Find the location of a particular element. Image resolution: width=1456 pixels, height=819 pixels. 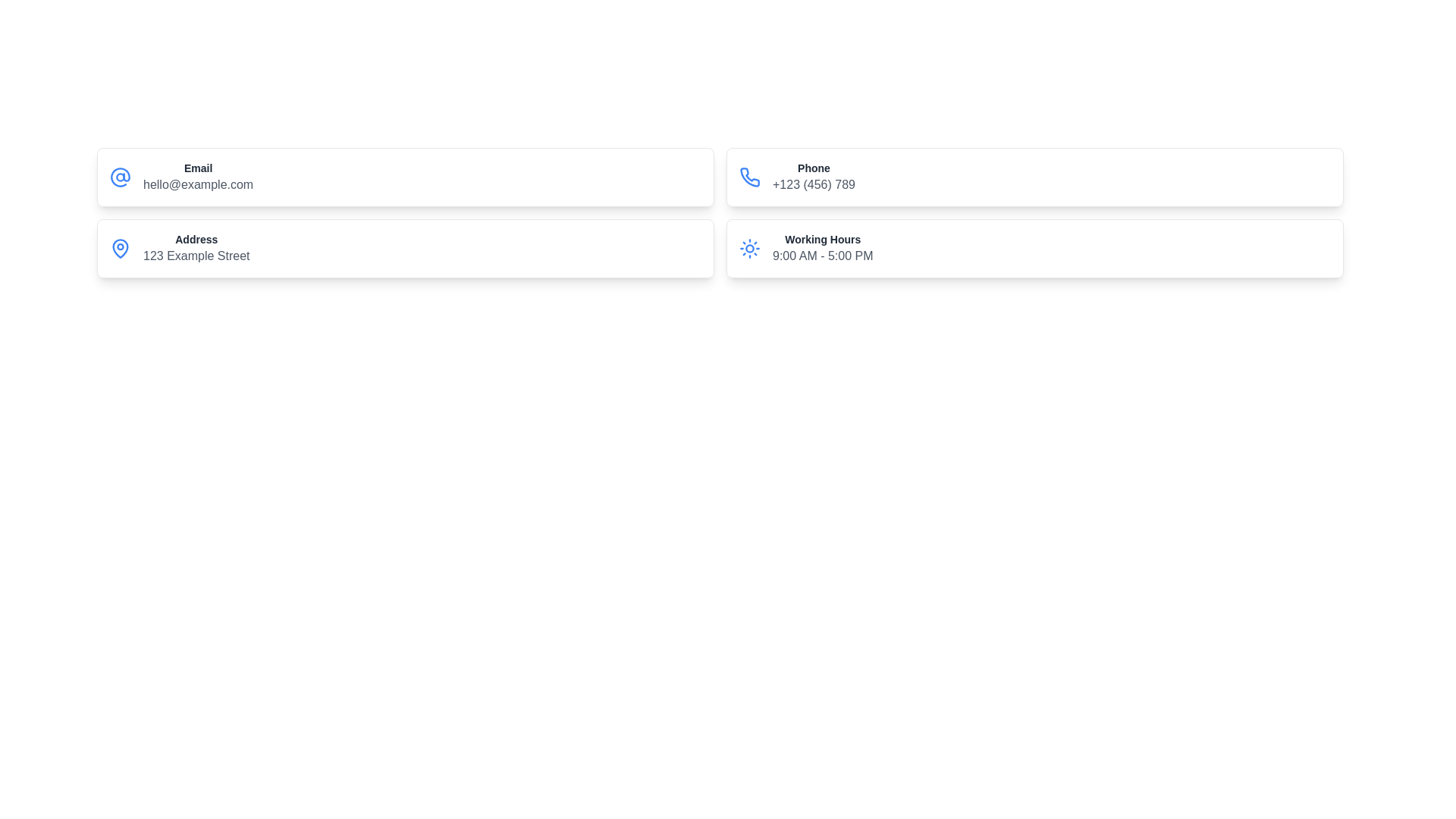

the Informational card displaying 'Working Hours' and '9:00 AM - 5:00 PM' located in the rightmost column of the second row in the grid layout is located at coordinates (1034, 247).